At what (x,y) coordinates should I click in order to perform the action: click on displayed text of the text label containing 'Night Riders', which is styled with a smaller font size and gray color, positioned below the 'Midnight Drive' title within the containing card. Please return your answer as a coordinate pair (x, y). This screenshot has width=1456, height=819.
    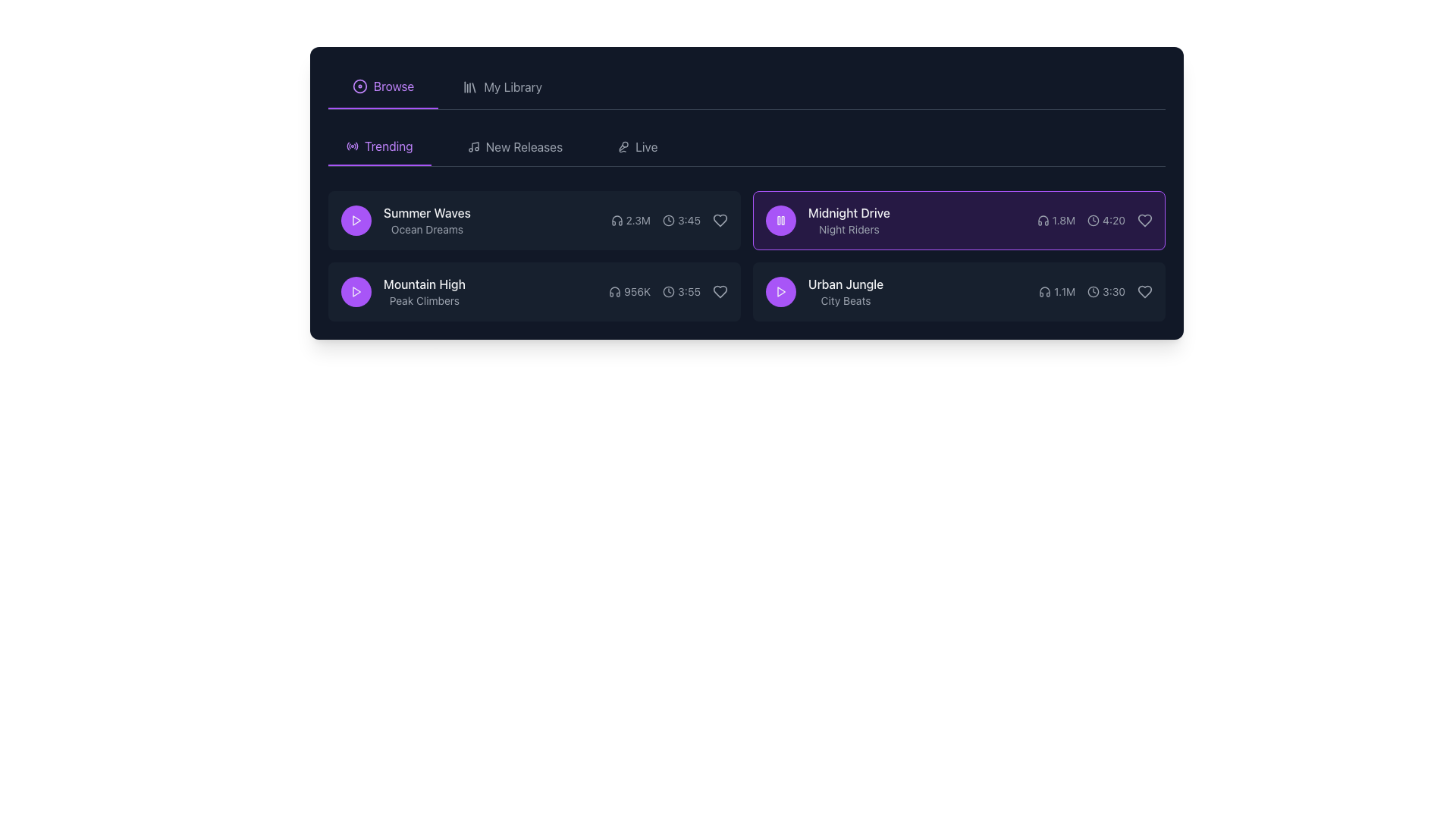
    Looking at the image, I should click on (848, 230).